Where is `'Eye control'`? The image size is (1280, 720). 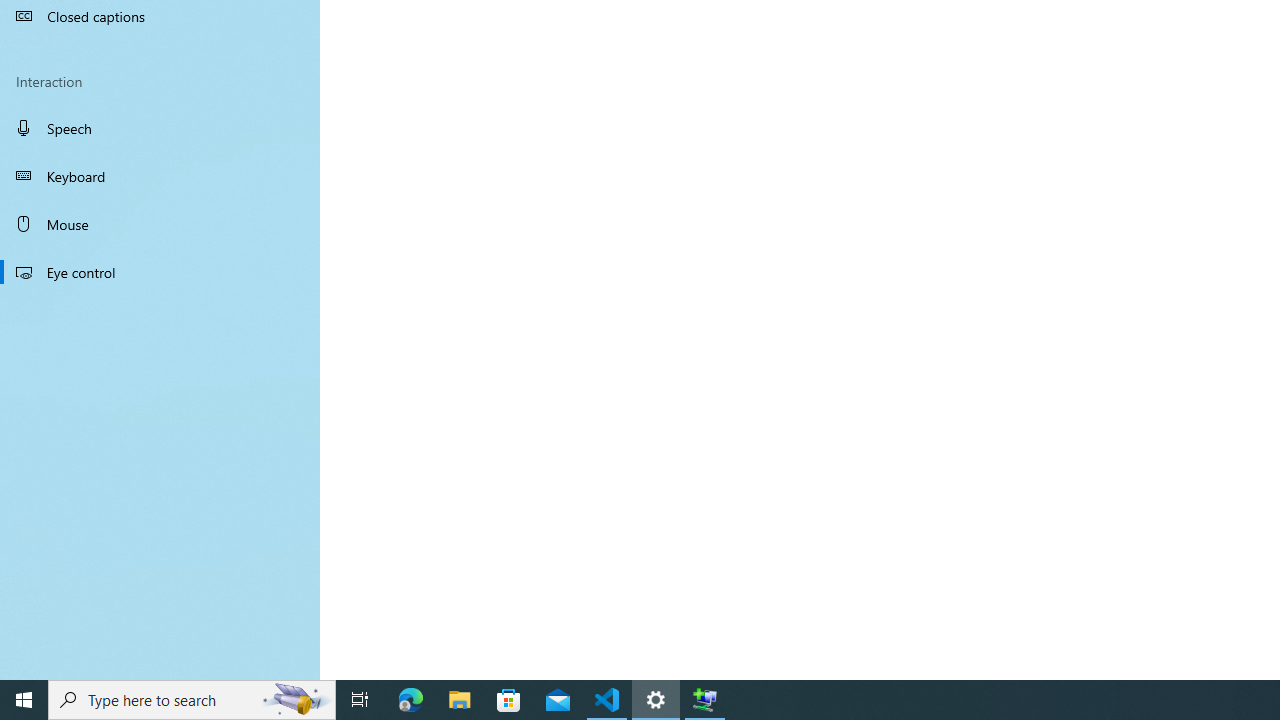 'Eye control' is located at coordinates (160, 271).